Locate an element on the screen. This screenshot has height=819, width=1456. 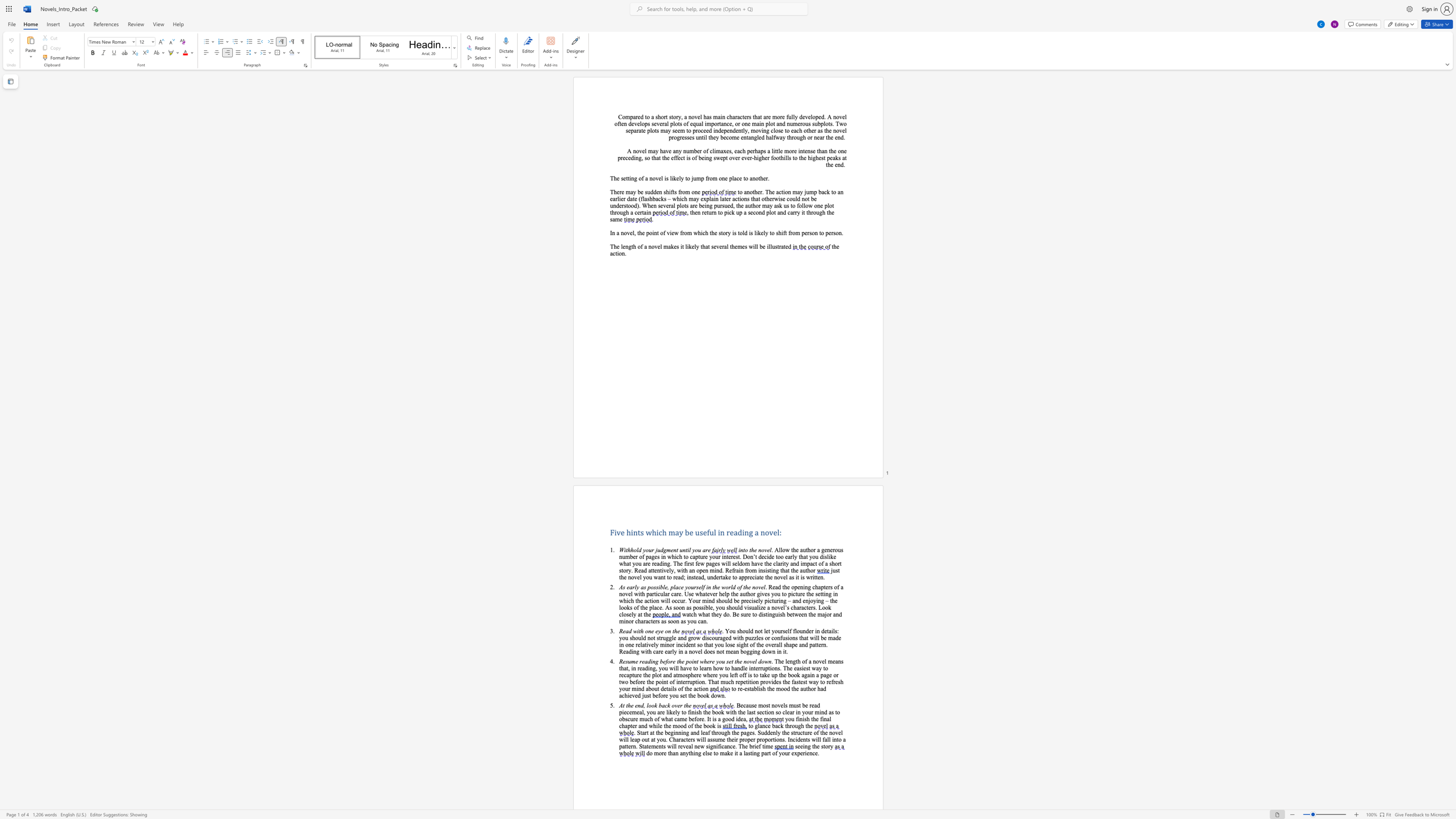
the subset text "ean" within the text "incident so that you lose sight of the overall shape and pattern. Reading with care early in a novel does not mean bogging down in it." is located at coordinates (730, 651).